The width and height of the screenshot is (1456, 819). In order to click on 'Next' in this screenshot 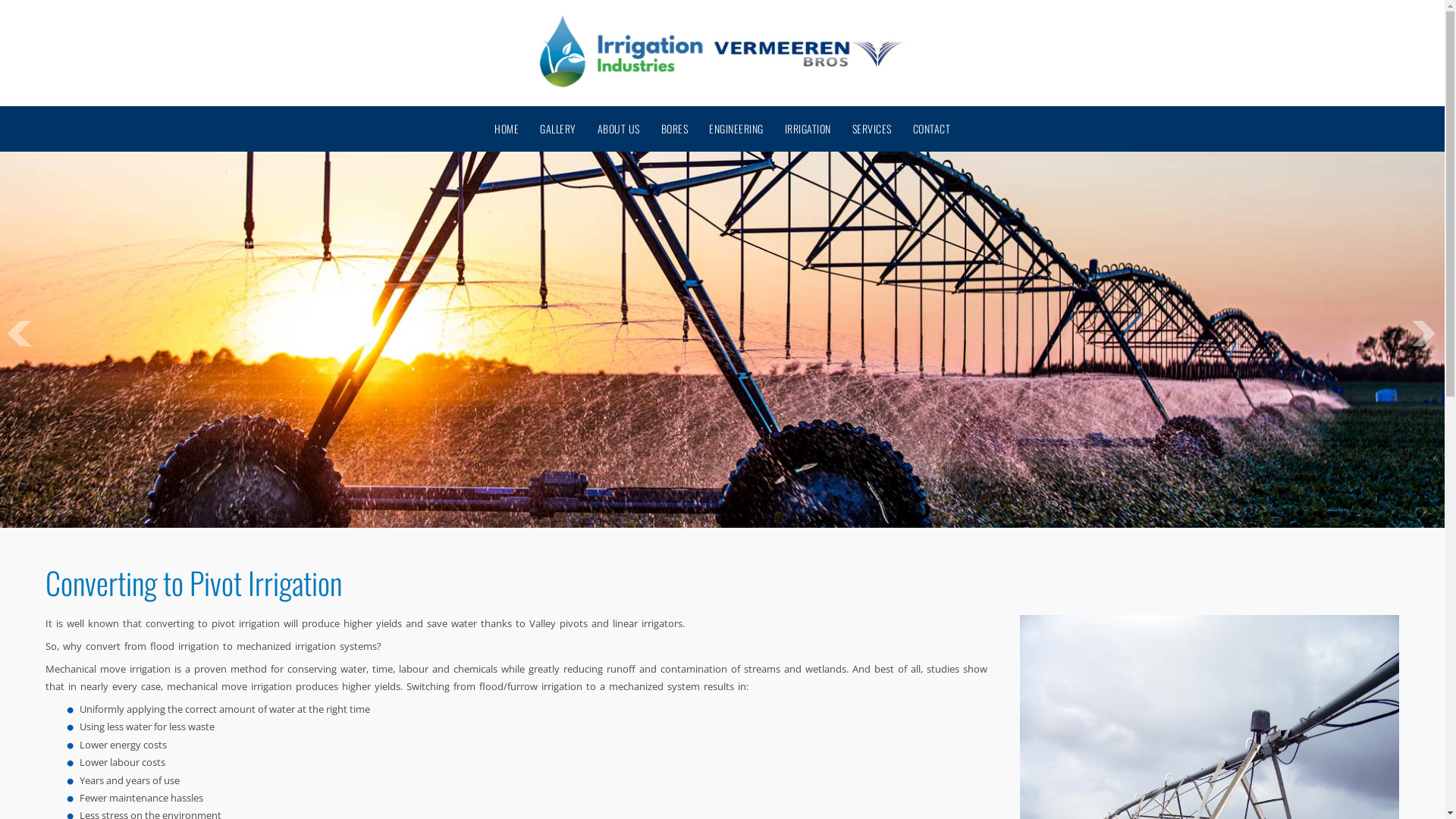, I will do `click(1411, 332)`.